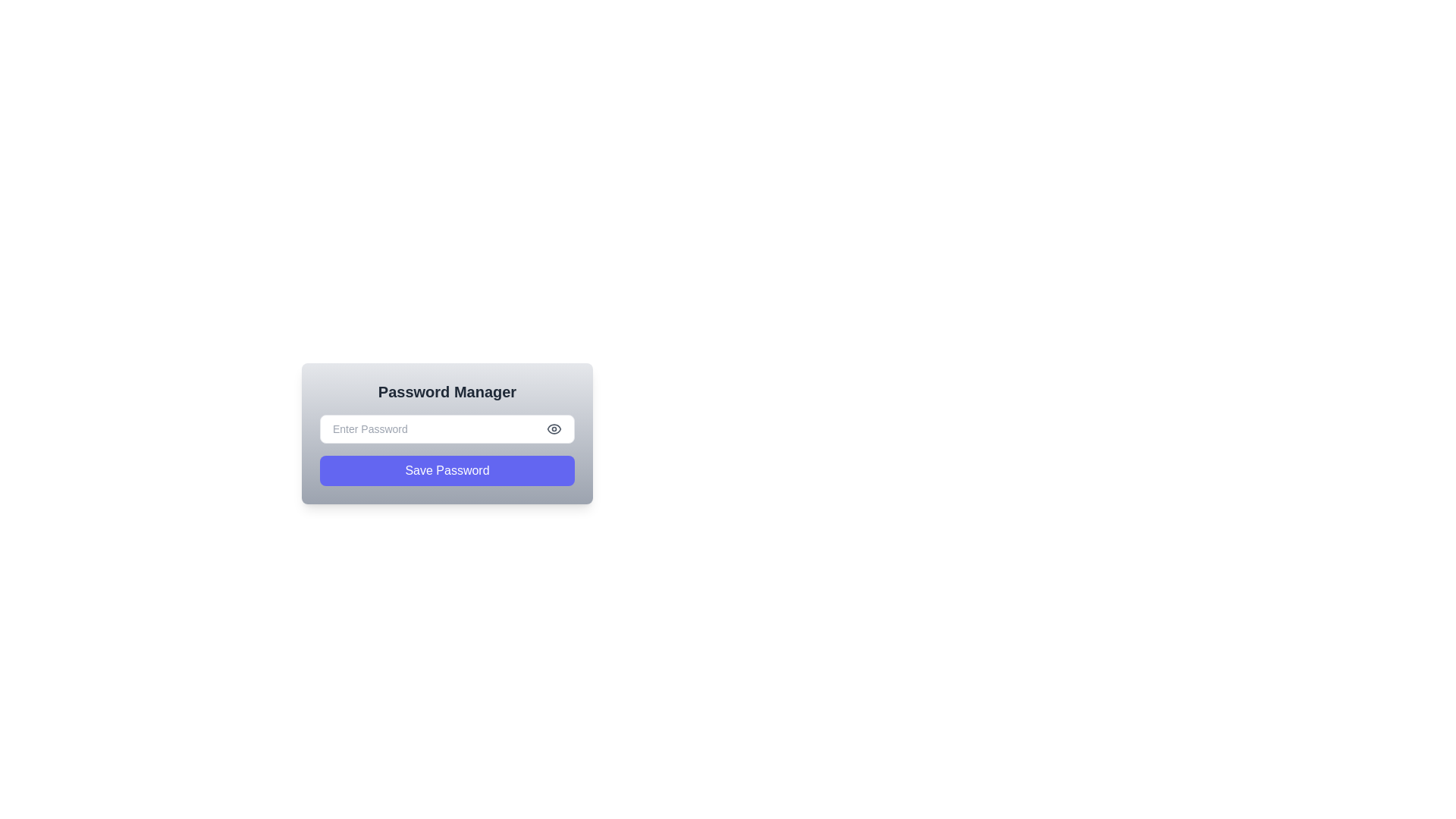  Describe the element at coordinates (447, 470) in the screenshot. I see `the 'Save Password' button located at the bottom of the 'Password Manager' card` at that location.